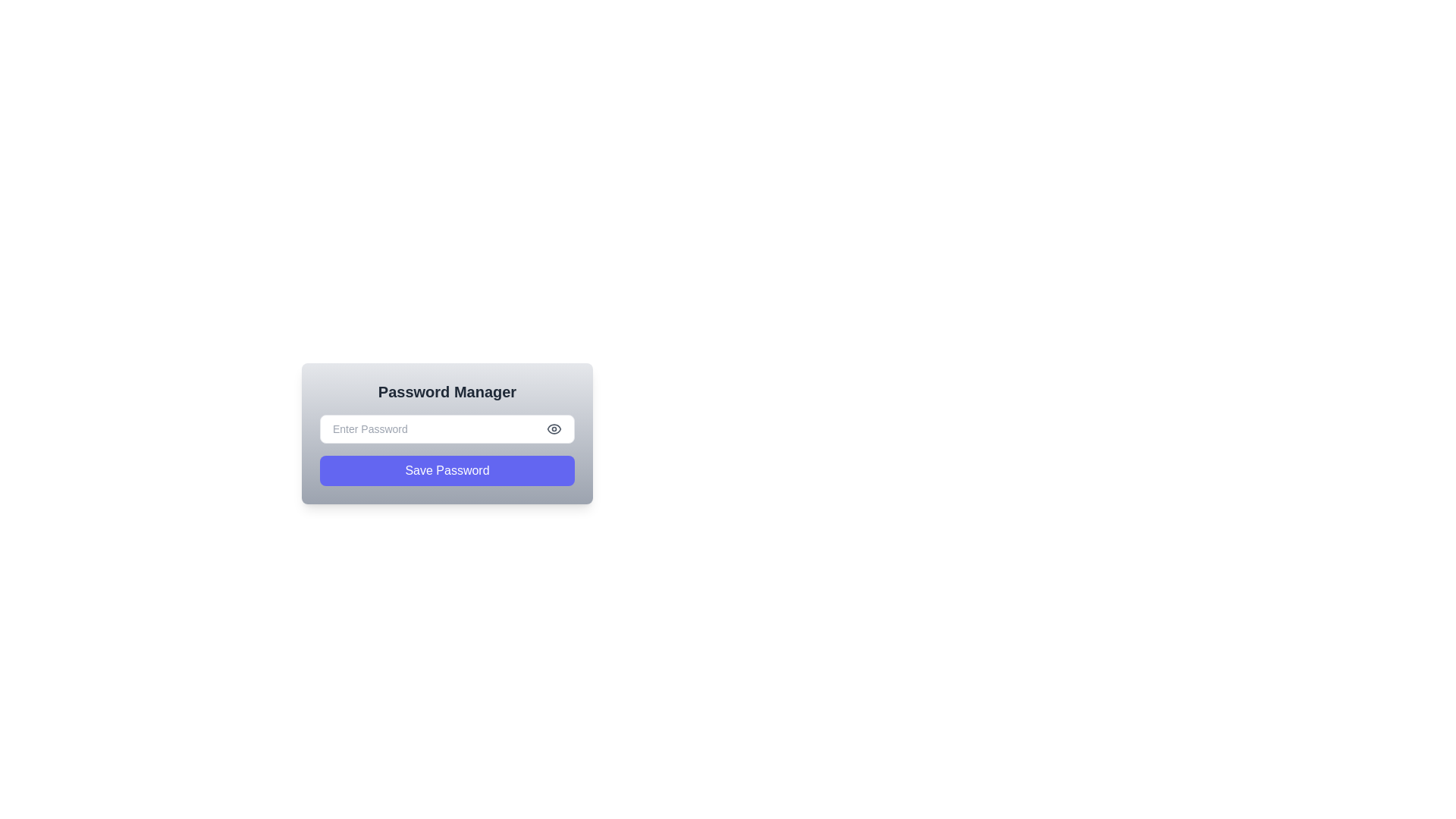  Describe the element at coordinates (447, 470) in the screenshot. I see `the 'Save Password' button located at the bottom of the 'Password Manager' card` at that location.